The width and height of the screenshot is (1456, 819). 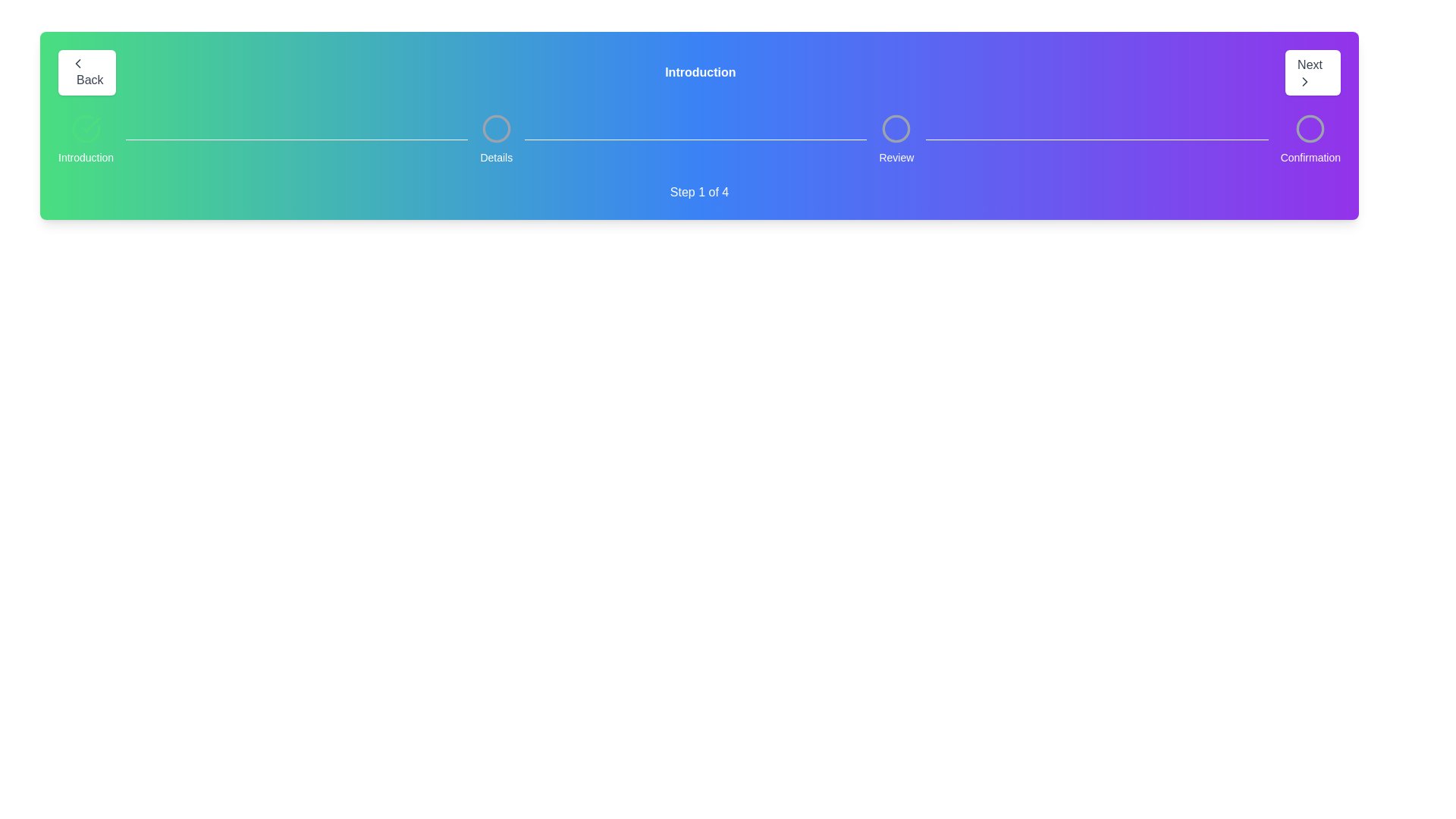 I want to click on the rectangular button labeled 'Next' with a white background and gray text, so click(x=1312, y=73).